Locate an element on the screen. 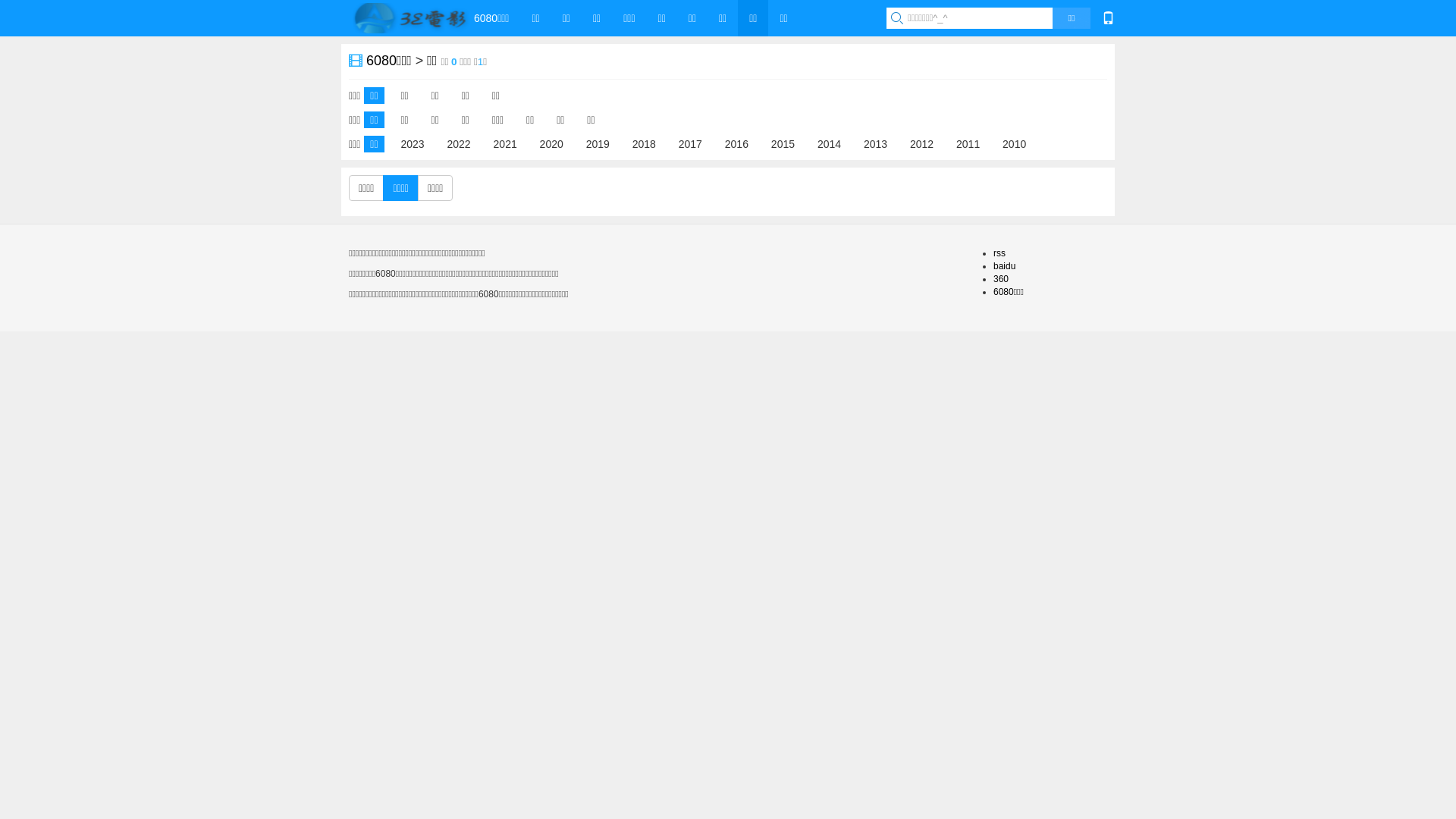 Image resolution: width=1456 pixels, height=819 pixels. '2012' is located at coordinates (903, 143).